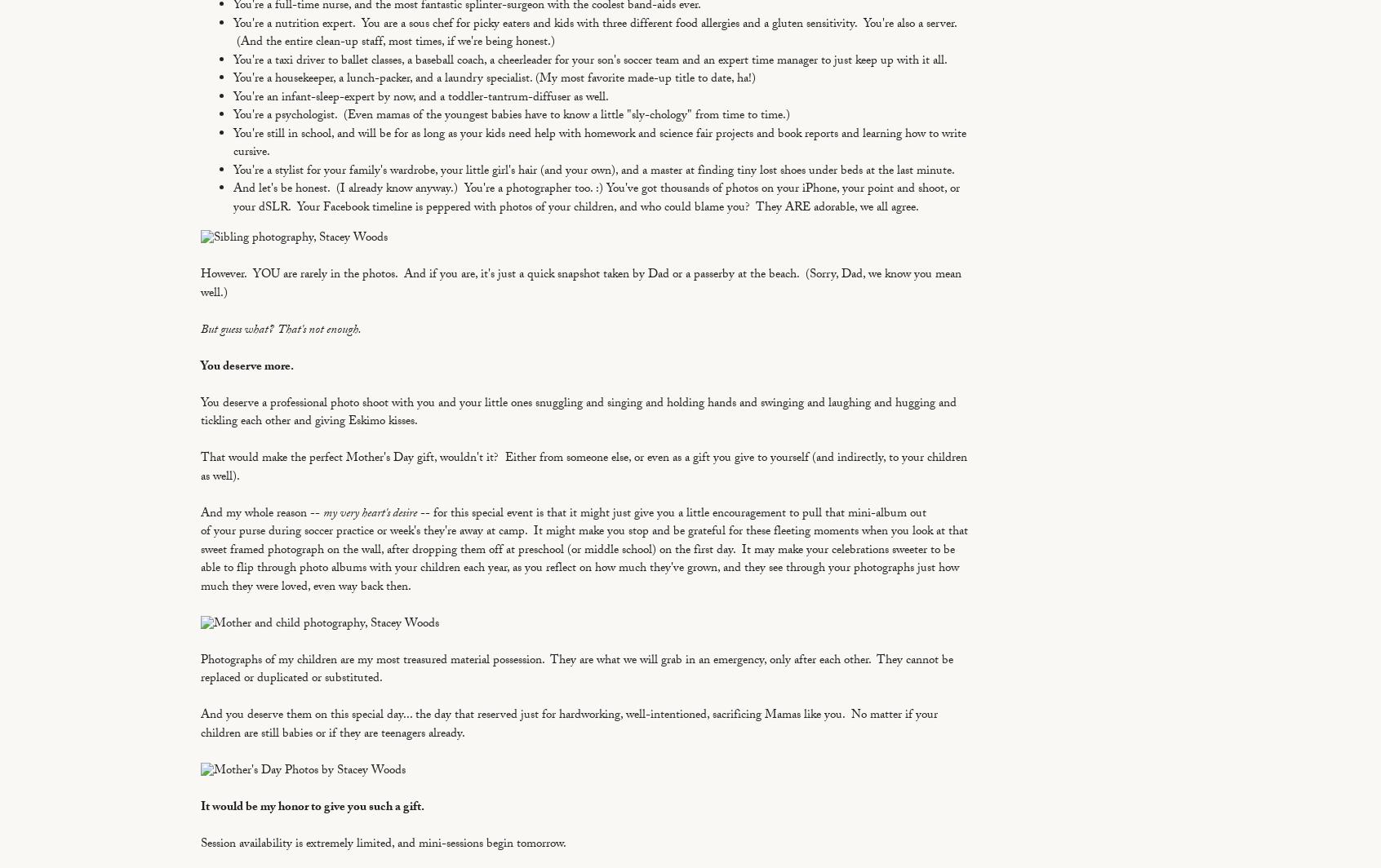 The height and width of the screenshot is (868, 1381). I want to click on 'Session availability is extremely limited, and mini-sessions begin tomorrow.', so click(383, 844).